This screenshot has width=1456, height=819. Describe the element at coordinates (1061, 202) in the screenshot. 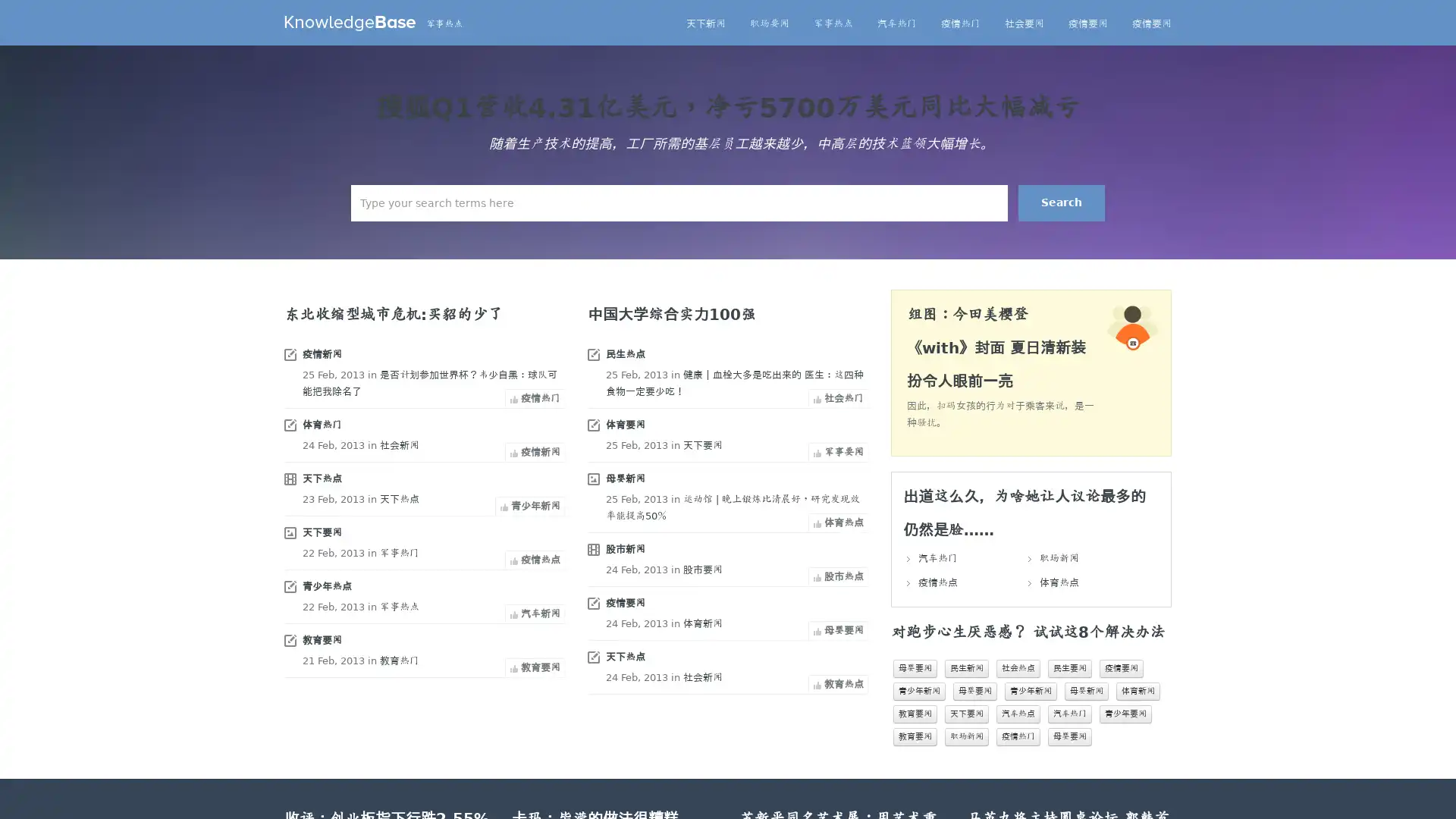

I see `Search` at that location.